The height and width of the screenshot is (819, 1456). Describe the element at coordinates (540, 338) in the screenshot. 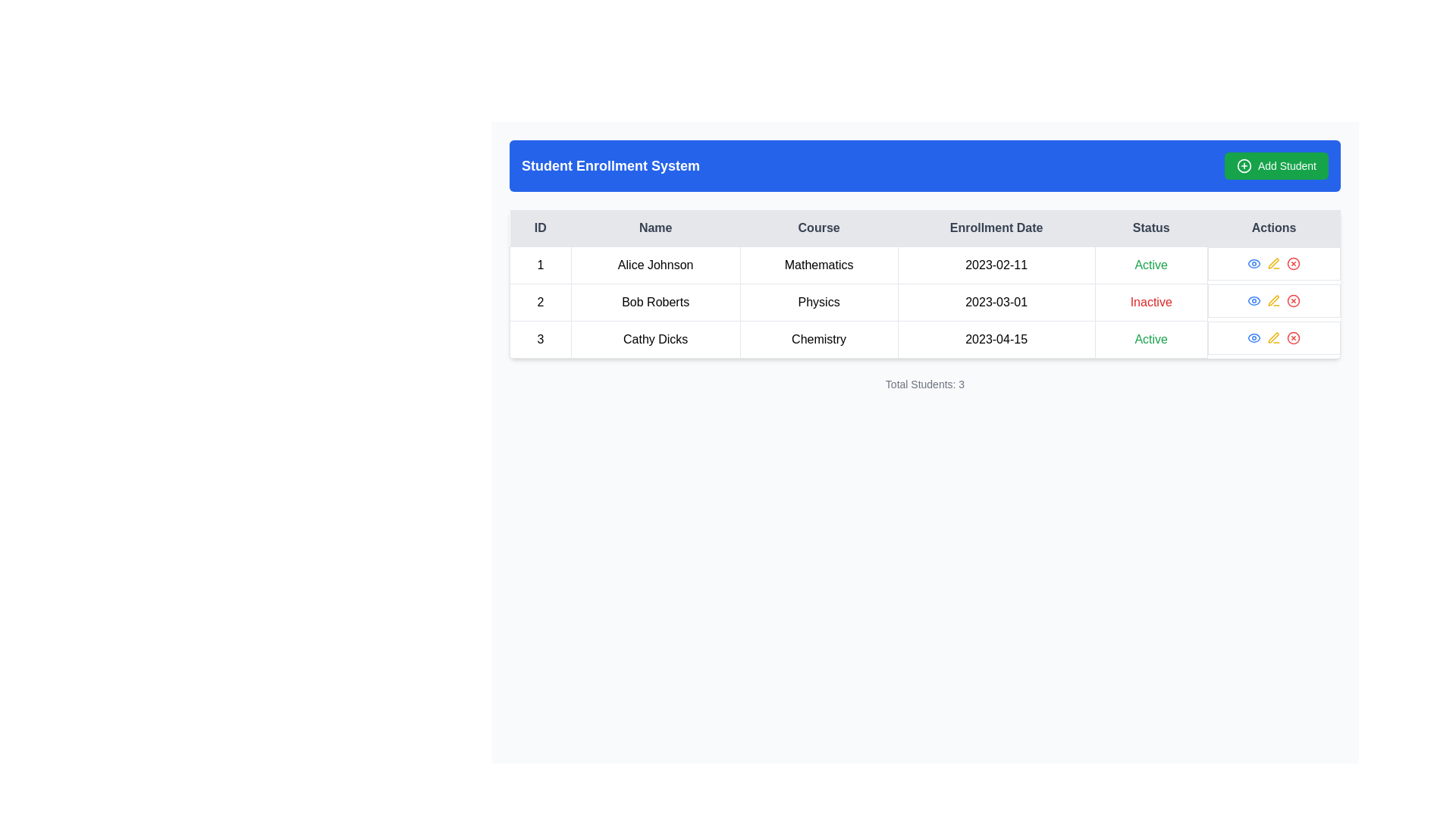

I see `the static text element displaying the unique identifier '3', which is located in the 'ID' column of the third row of the table` at that location.